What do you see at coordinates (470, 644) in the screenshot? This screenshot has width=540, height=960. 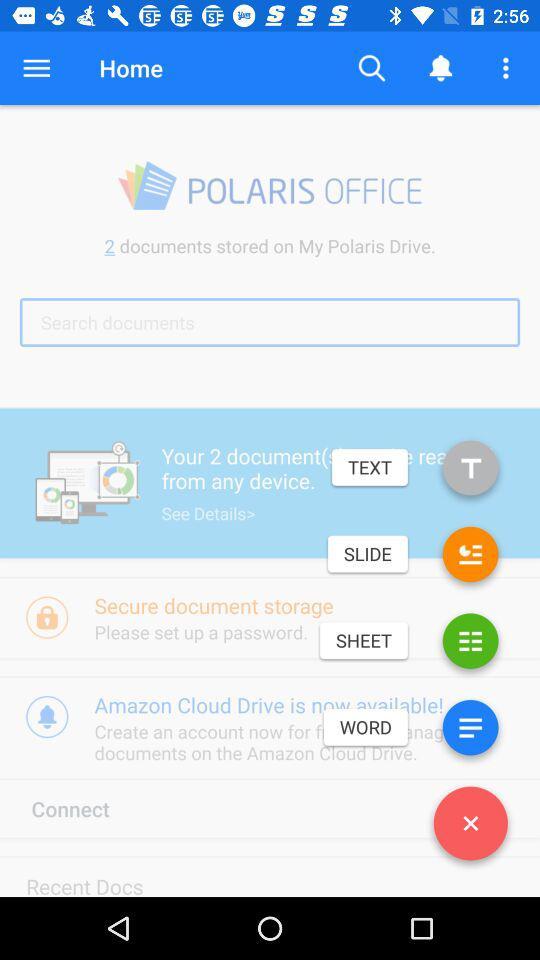 I see `the list icon` at bounding box center [470, 644].